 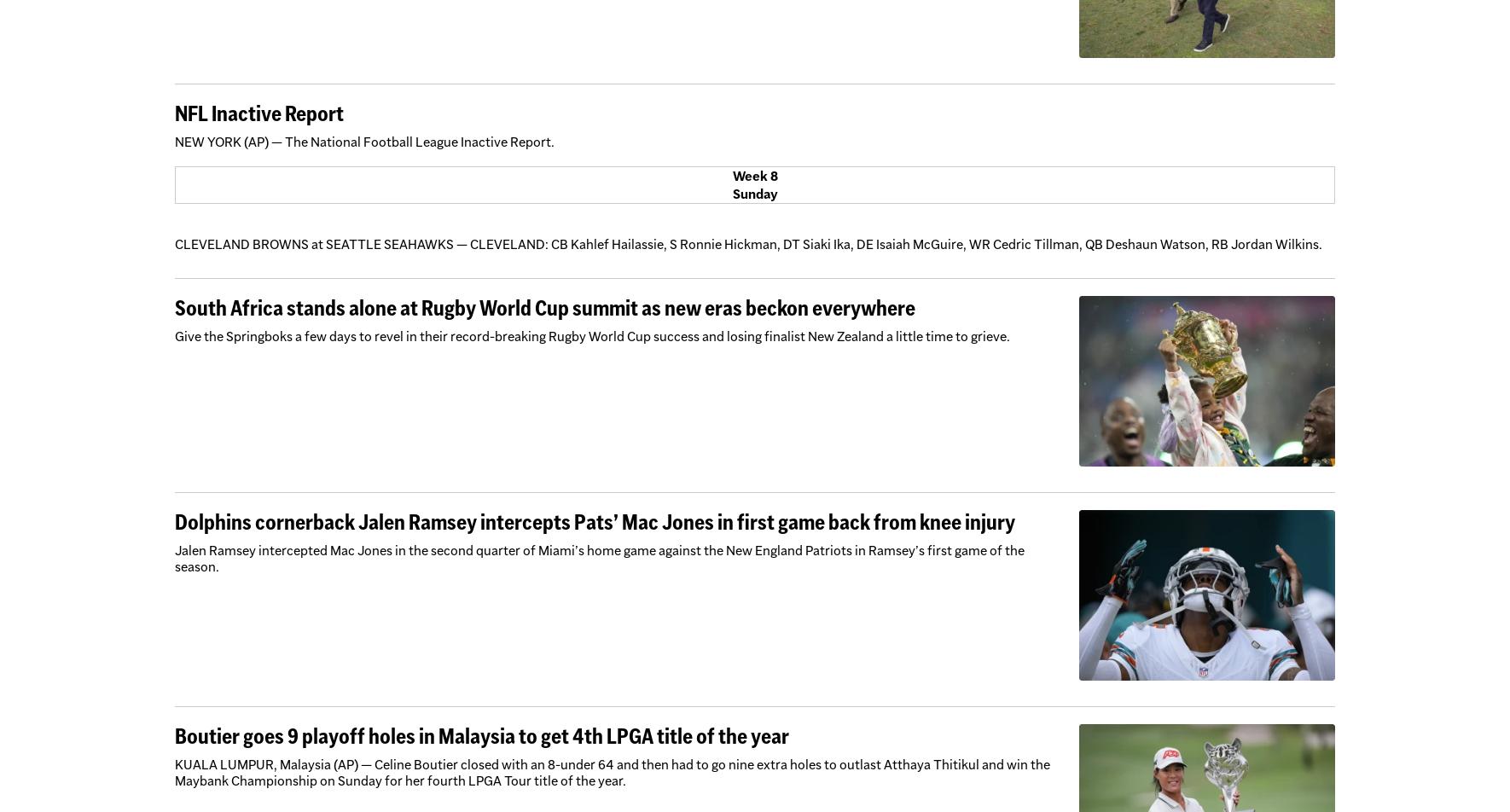 I want to click on 'CLEVELAND BROWNS at SEATTLE SEAHAWKS — CLEVELAND: CB Kahlef Hailassie, S Ronnie Hickman, DT Siaki Ika, DE Isaiah McGuire, WR Cedric Tillman, QB Deshaun Watson, RB Jordan Wilkins.', so click(x=748, y=244).